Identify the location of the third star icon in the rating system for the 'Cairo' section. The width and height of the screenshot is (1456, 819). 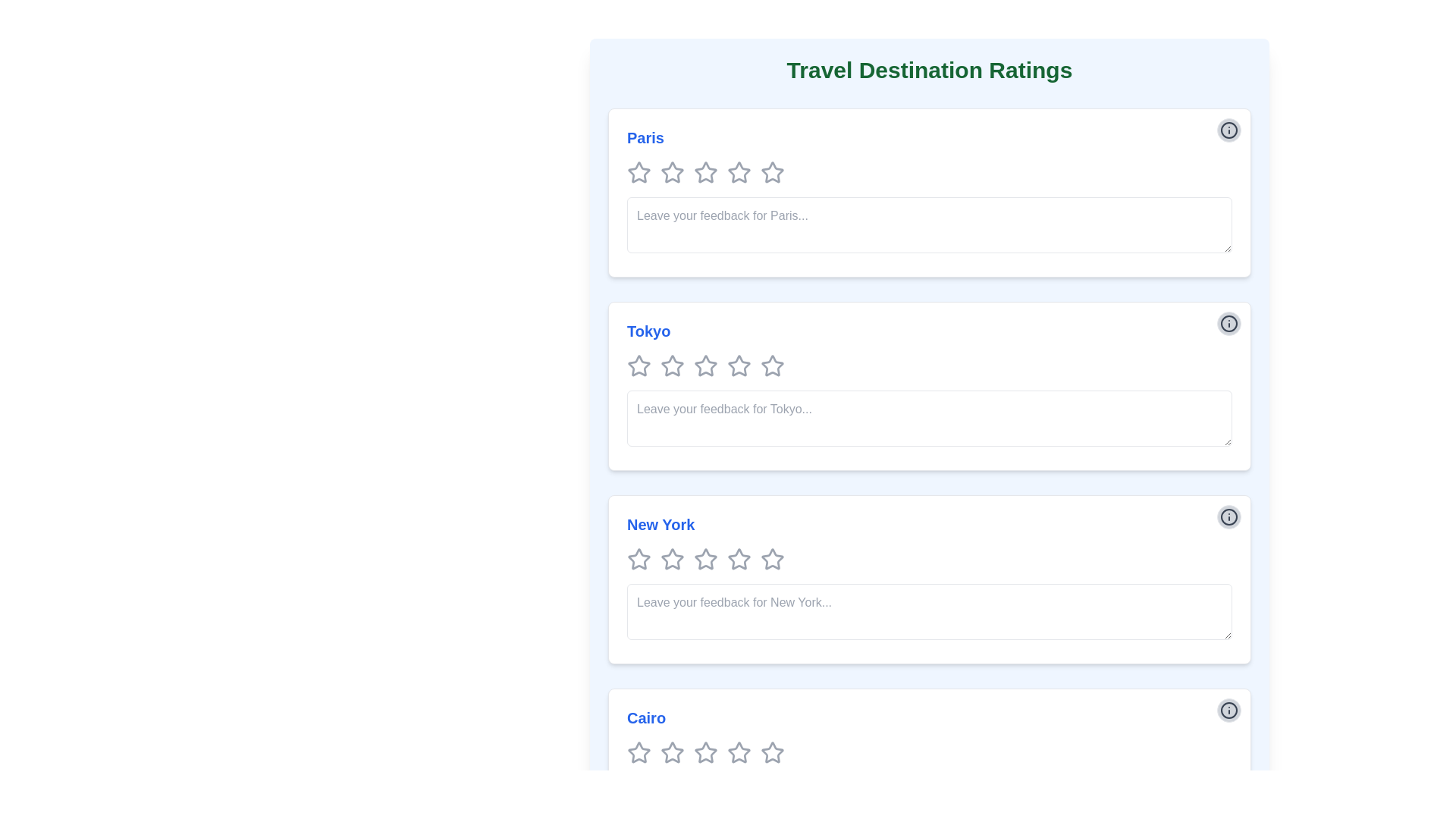
(672, 752).